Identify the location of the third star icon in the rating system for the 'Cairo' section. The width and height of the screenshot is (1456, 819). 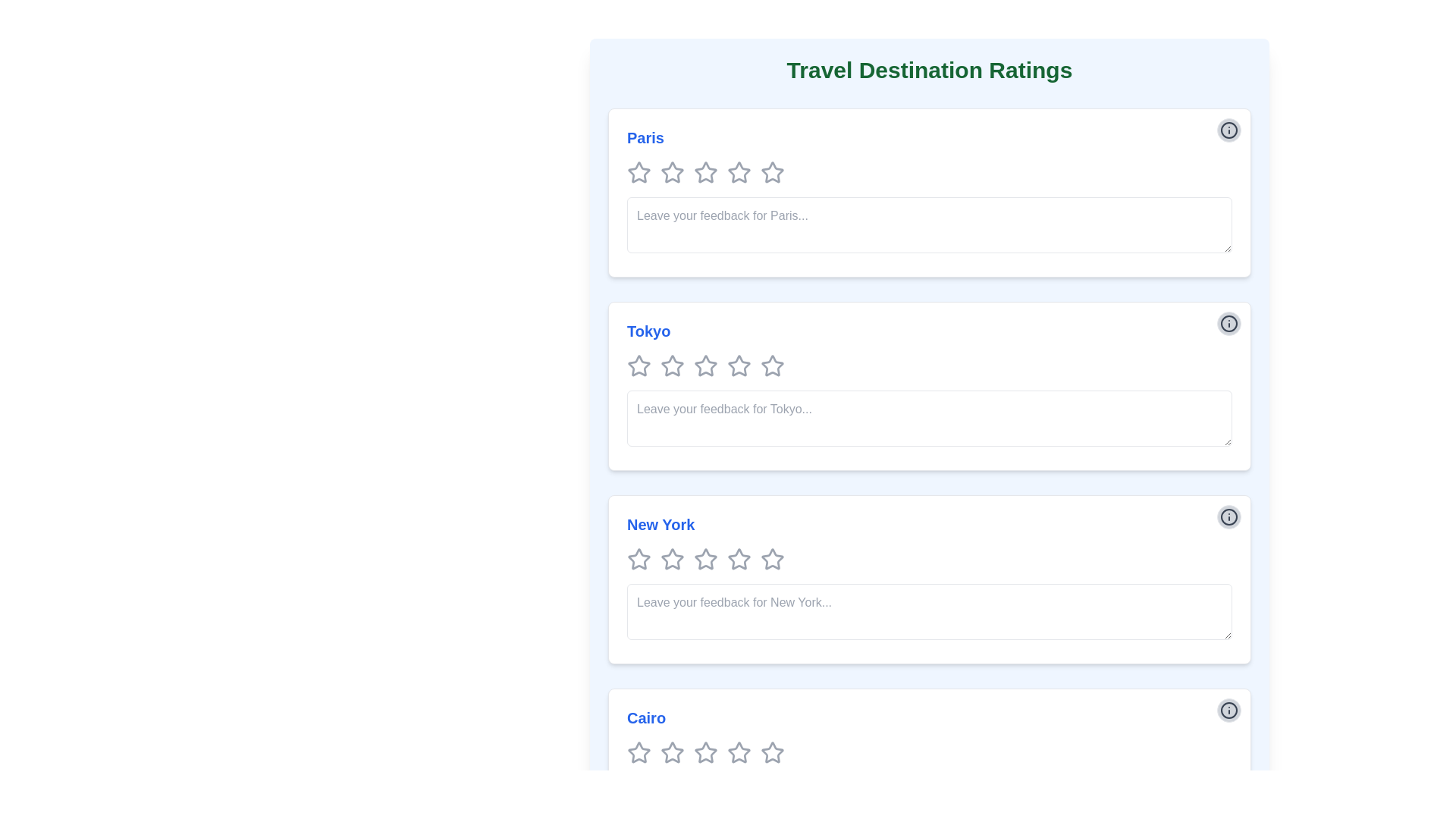
(672, 752).